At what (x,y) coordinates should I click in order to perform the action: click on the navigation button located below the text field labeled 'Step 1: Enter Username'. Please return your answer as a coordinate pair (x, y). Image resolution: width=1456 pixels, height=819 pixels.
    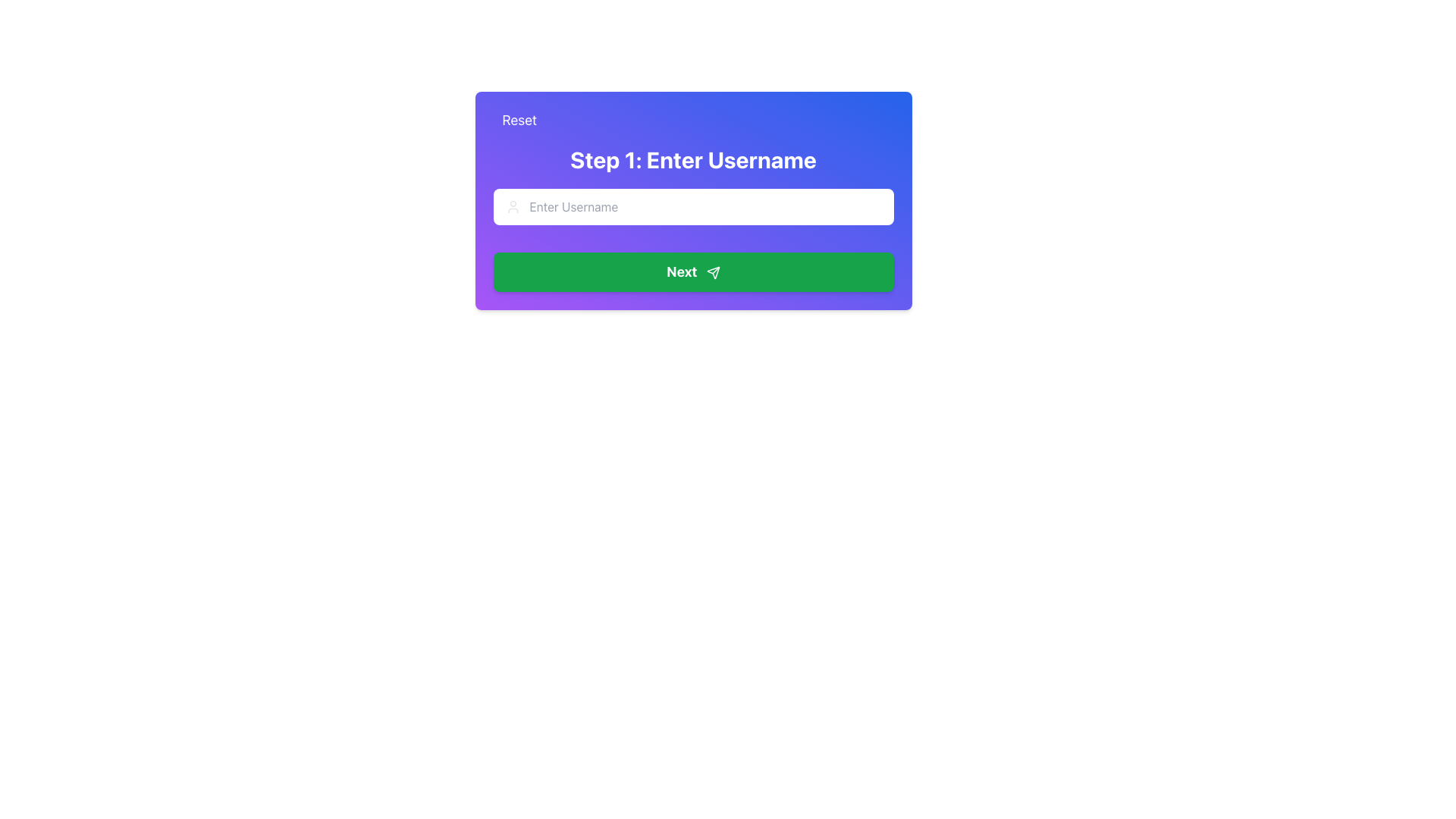
    Looking at the image, I should click on (692, 271).